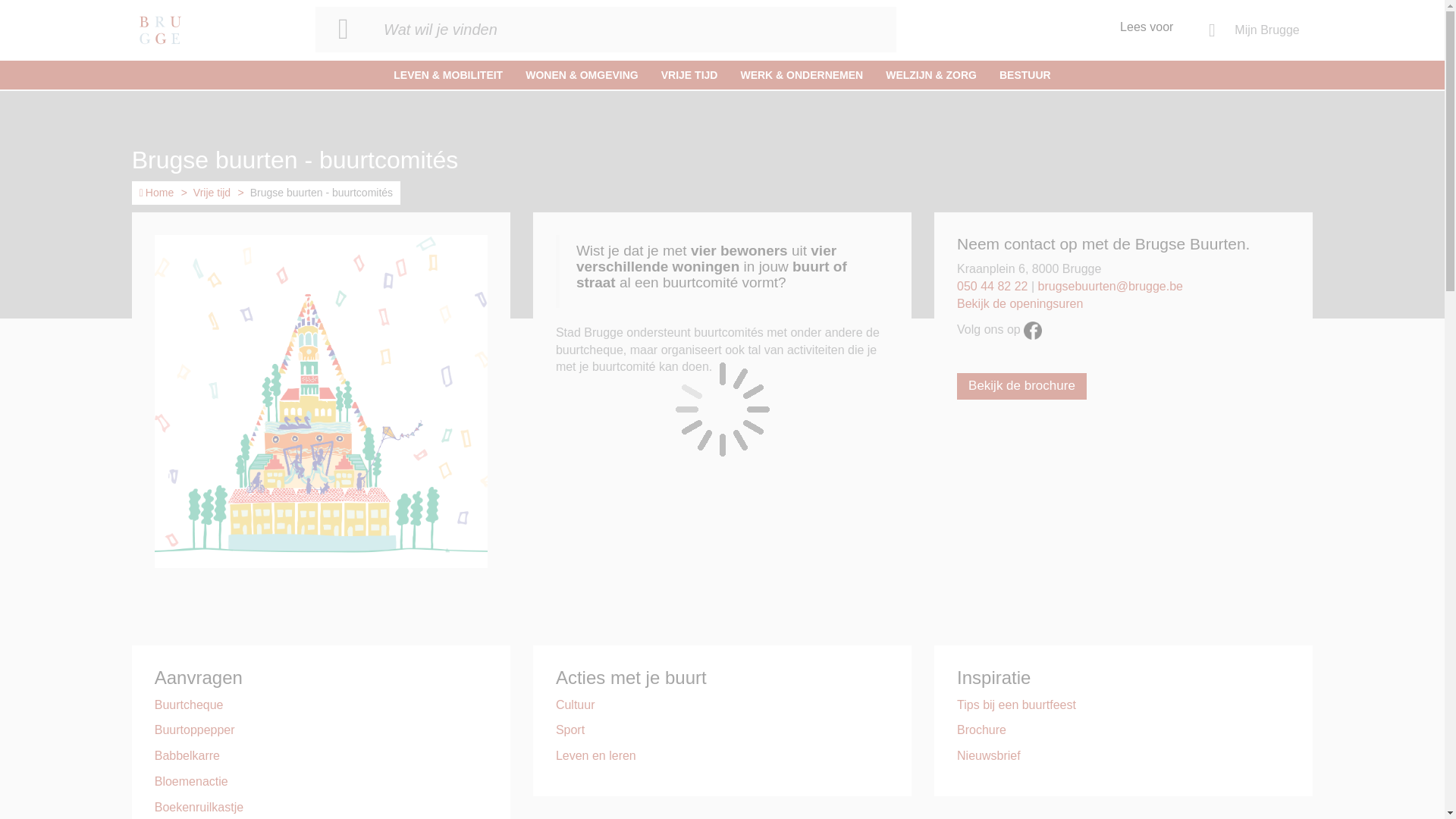  I want to click on 'Lees voor', so click(1150, 18).